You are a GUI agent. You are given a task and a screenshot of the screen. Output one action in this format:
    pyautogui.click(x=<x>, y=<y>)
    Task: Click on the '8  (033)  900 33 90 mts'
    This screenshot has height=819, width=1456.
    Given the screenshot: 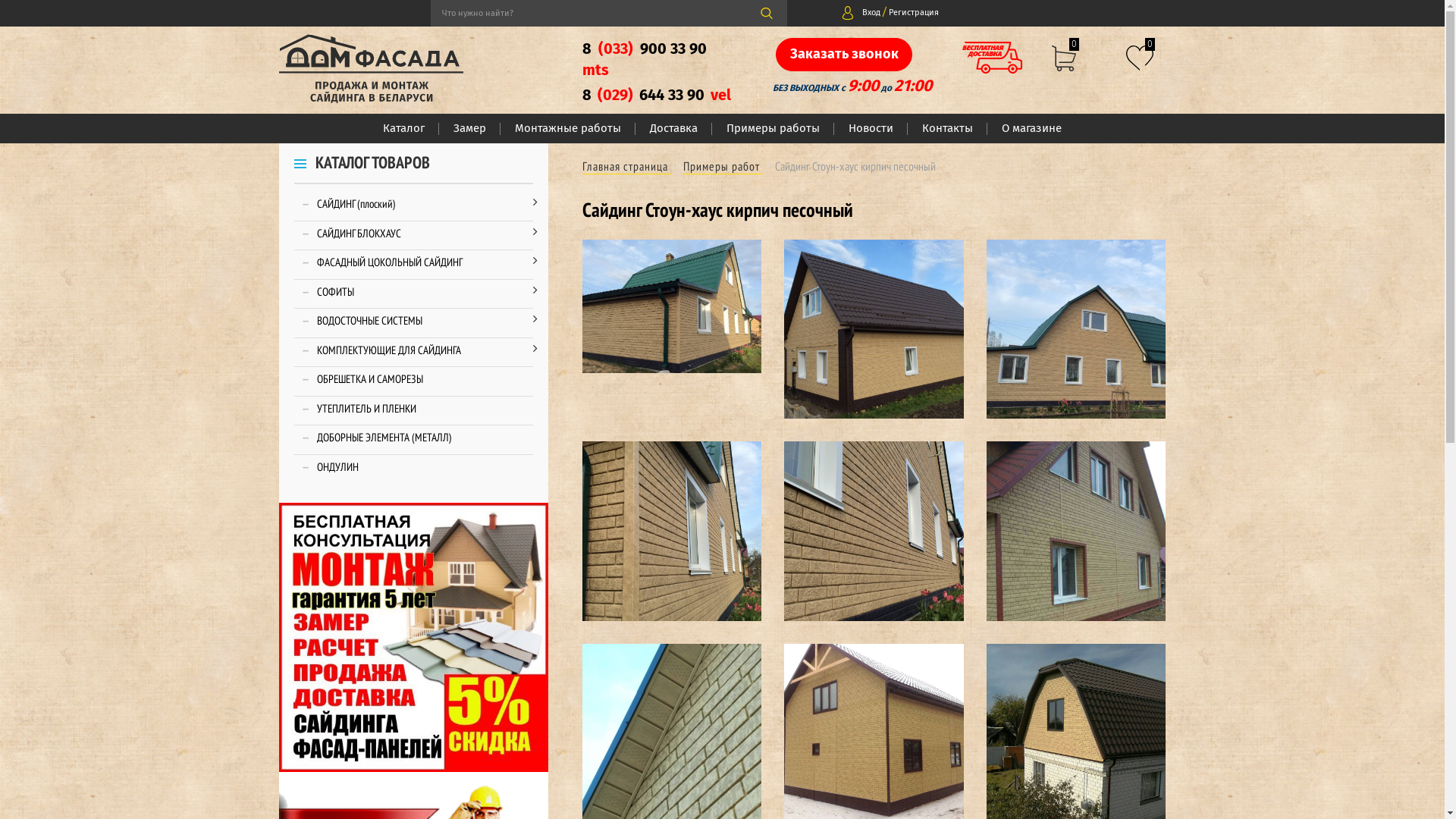 What is the action you would take?
    pyautogui.click(x=658, y=72)
    